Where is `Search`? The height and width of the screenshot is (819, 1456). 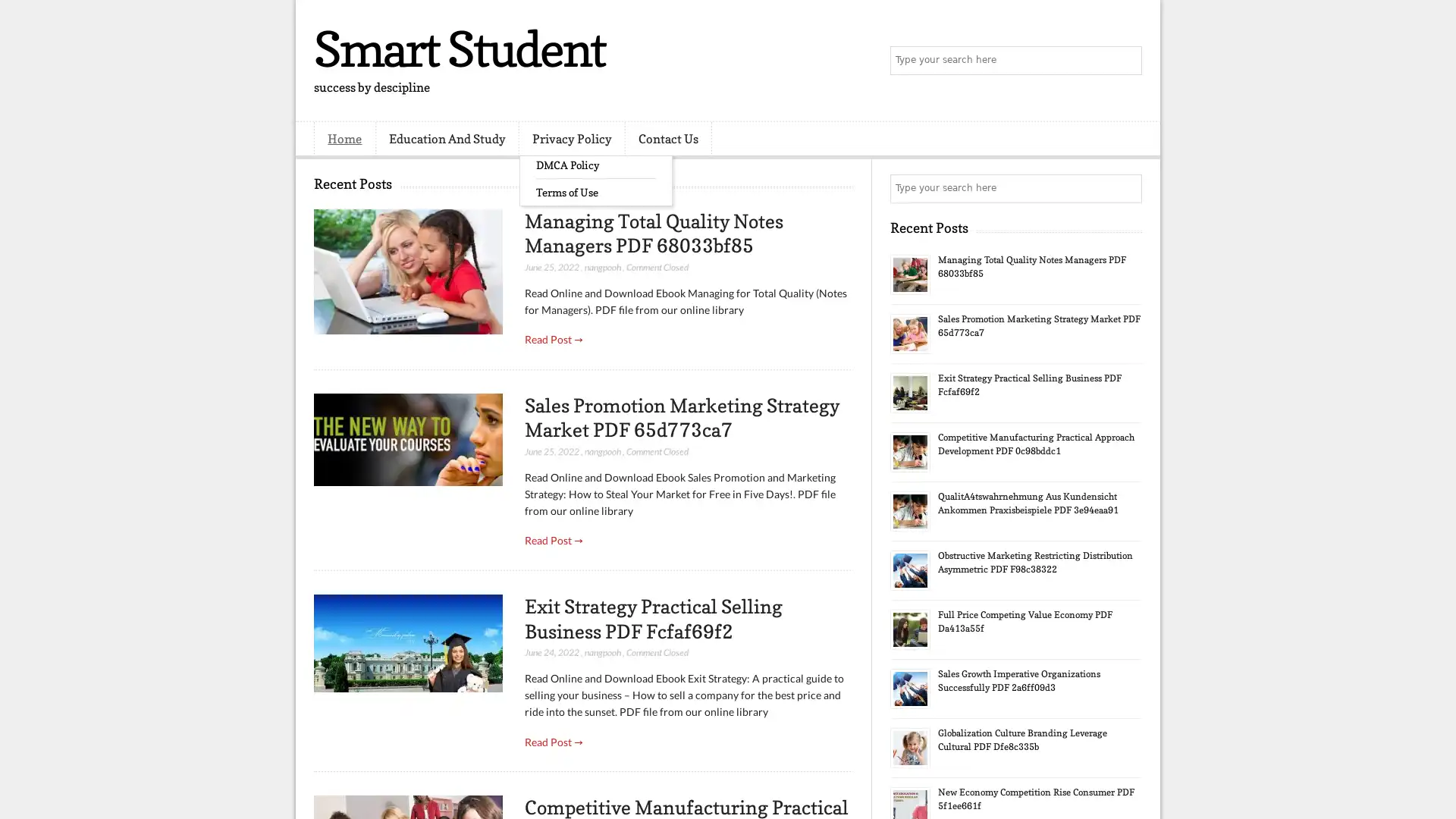 Search is located at coordinates (1126, 188).